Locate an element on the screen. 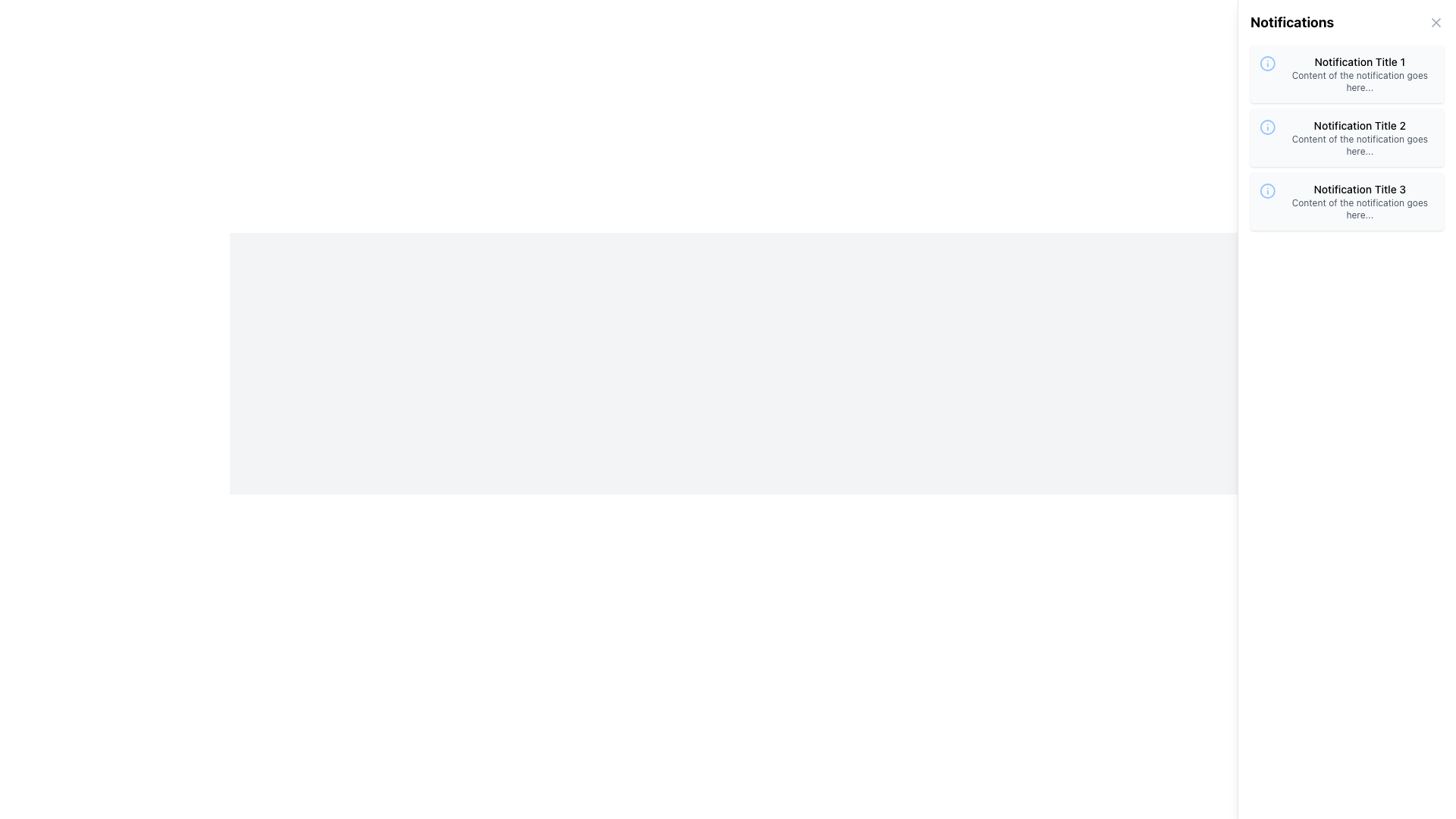 The height and width of the screenshot is (819, 1456). the title of the second notification card in the notifications panel is located at coordinates (1360, 124).